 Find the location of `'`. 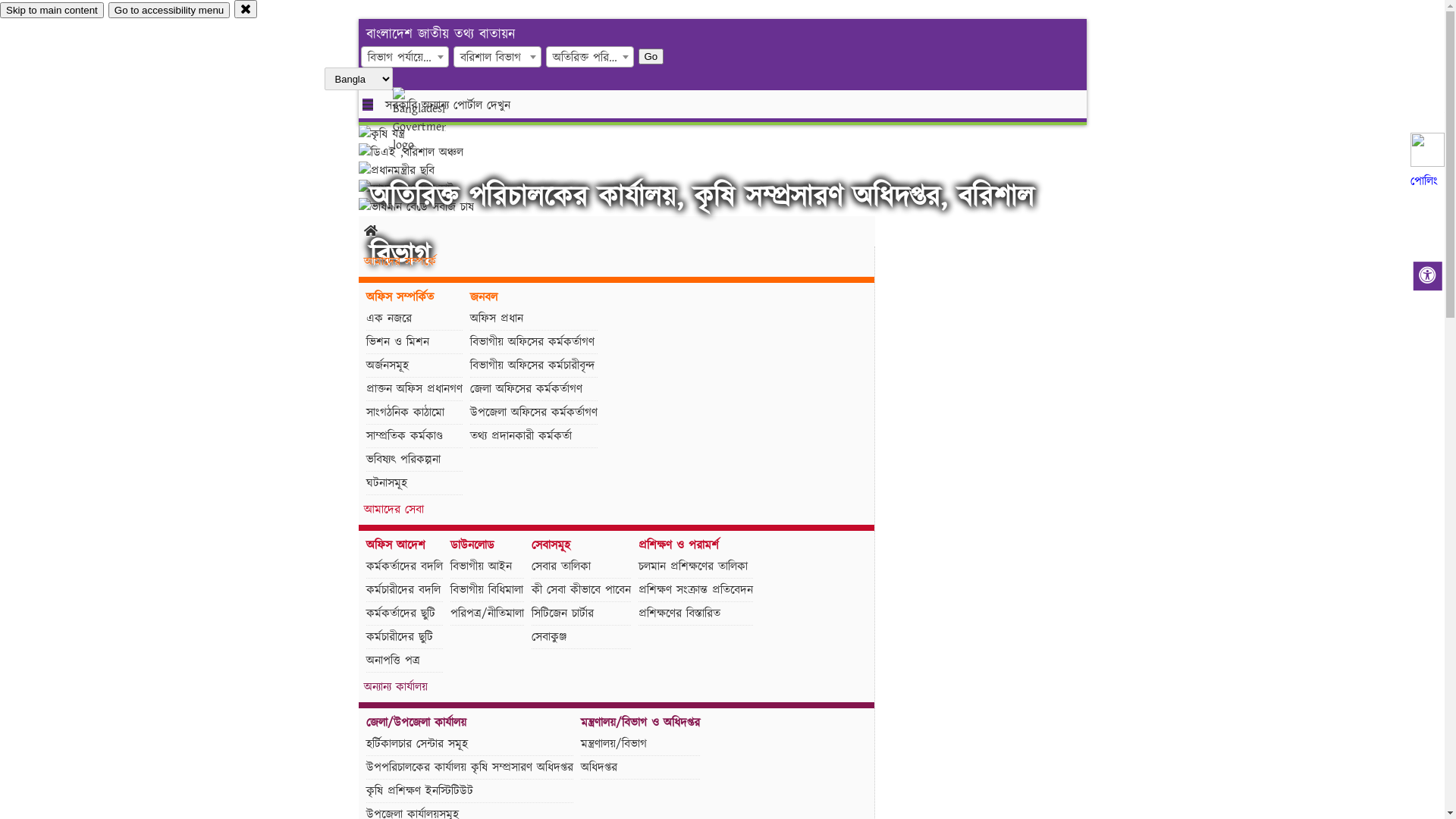

' is located at coordinates (431, 119).